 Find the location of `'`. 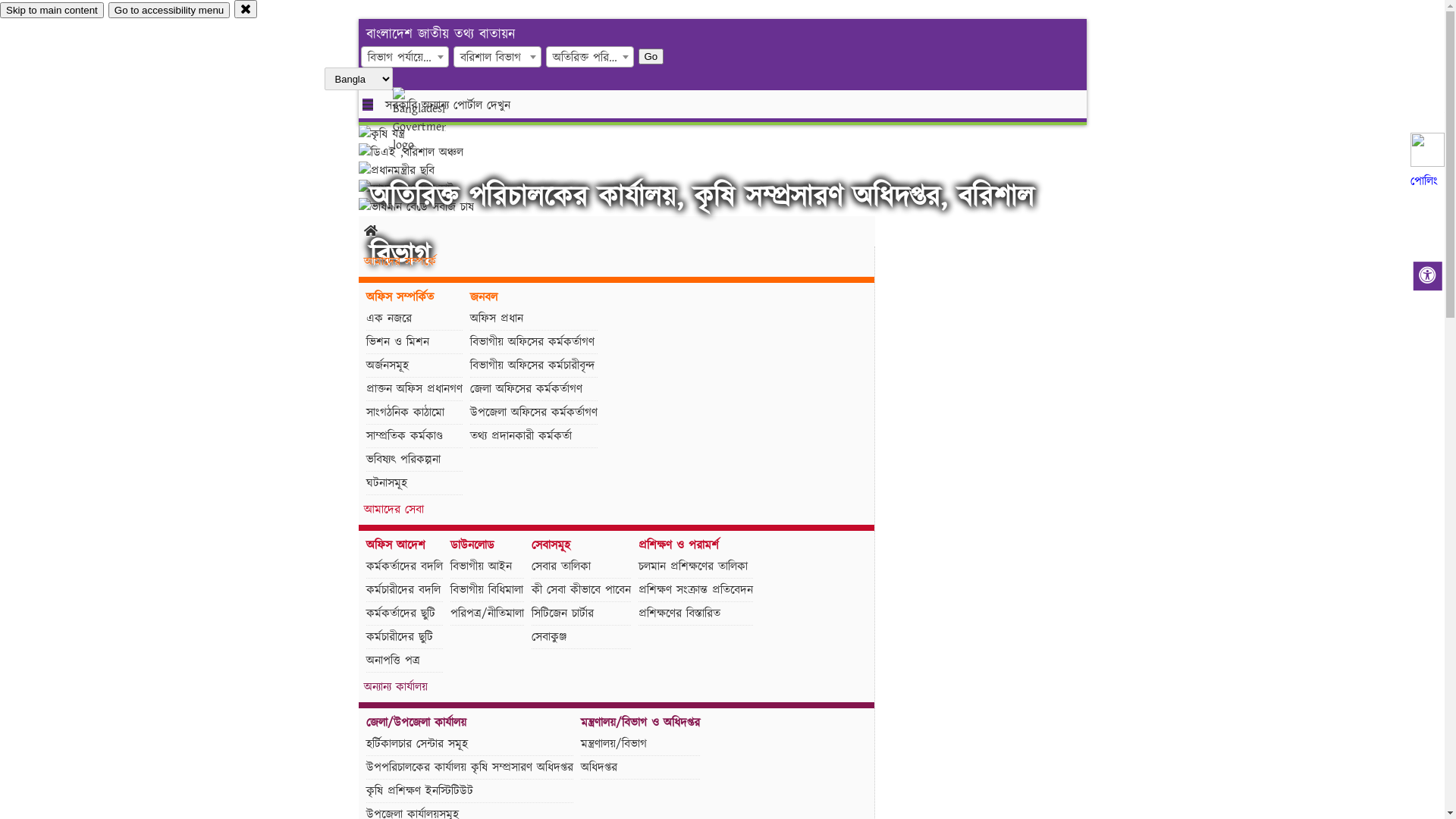

' is located at coordinates (431, 119).